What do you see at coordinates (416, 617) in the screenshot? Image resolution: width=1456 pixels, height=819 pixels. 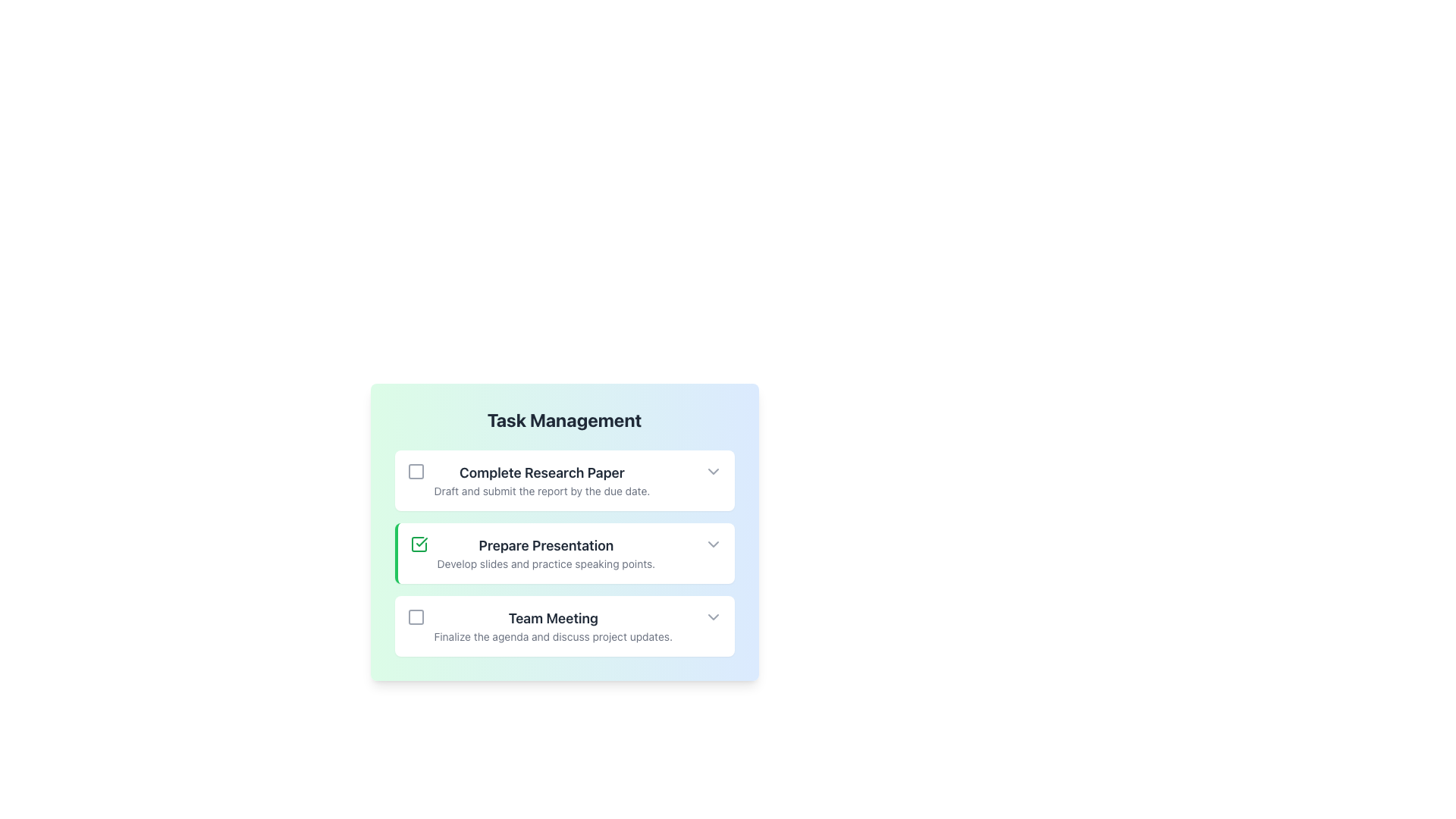 I see `the unchecked checkbox located to the left of the 'Team Meeting' task` at bounding box center [416, 617].